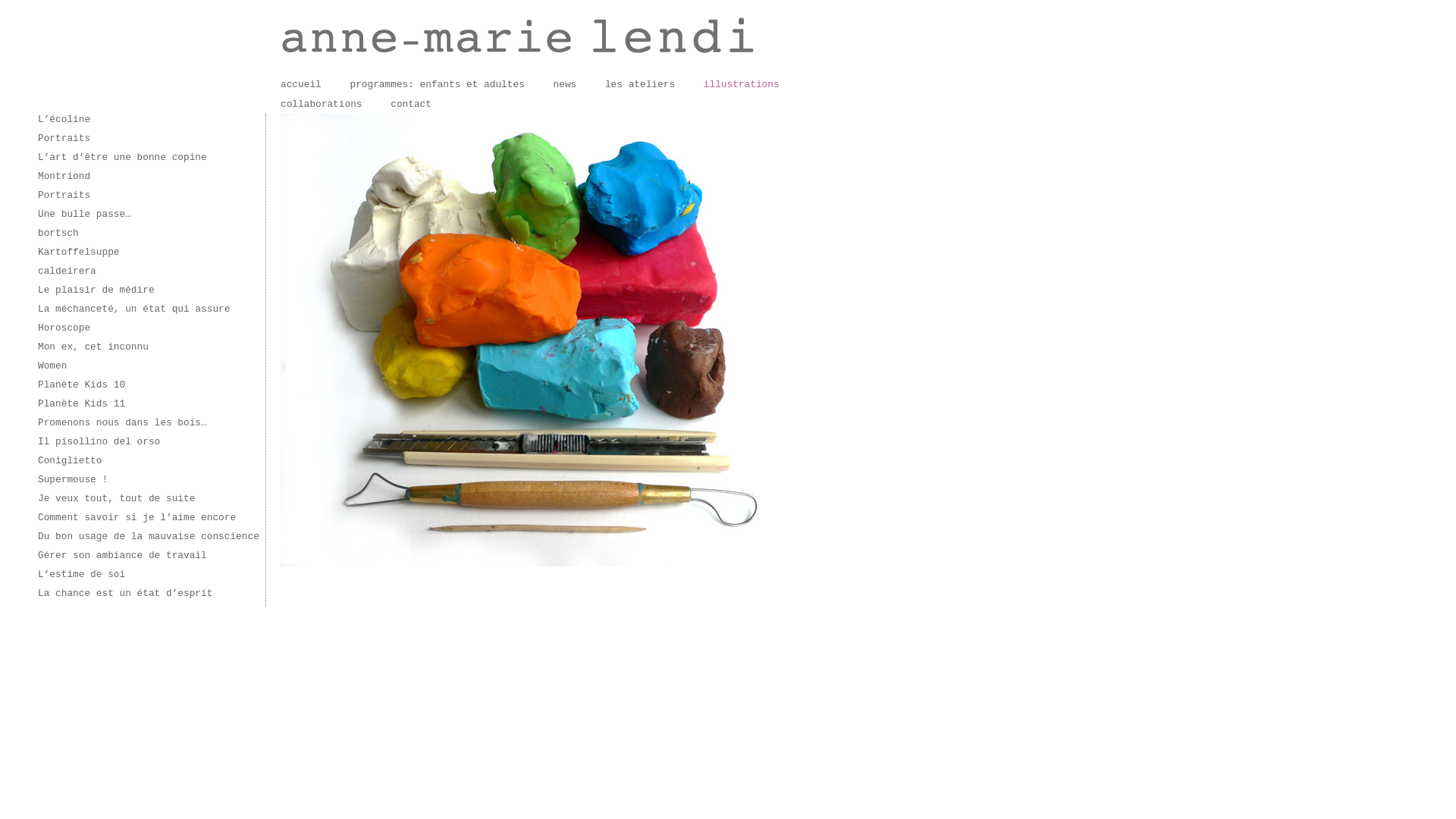 The image size is (1456, 819). I want to click on 'contact', so click(411, 103).